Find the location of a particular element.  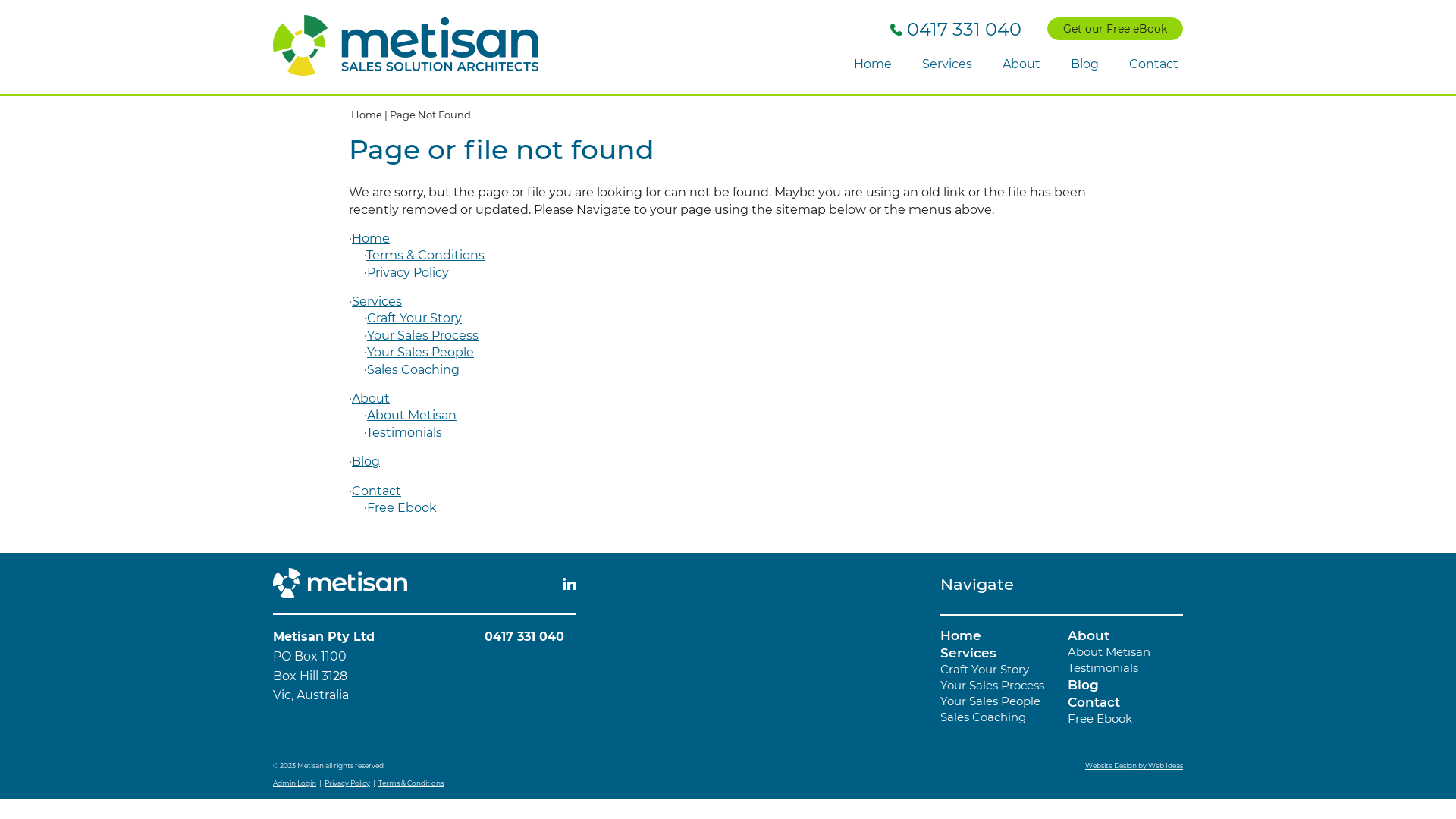

'Home' is located at coordinates (873, 64).